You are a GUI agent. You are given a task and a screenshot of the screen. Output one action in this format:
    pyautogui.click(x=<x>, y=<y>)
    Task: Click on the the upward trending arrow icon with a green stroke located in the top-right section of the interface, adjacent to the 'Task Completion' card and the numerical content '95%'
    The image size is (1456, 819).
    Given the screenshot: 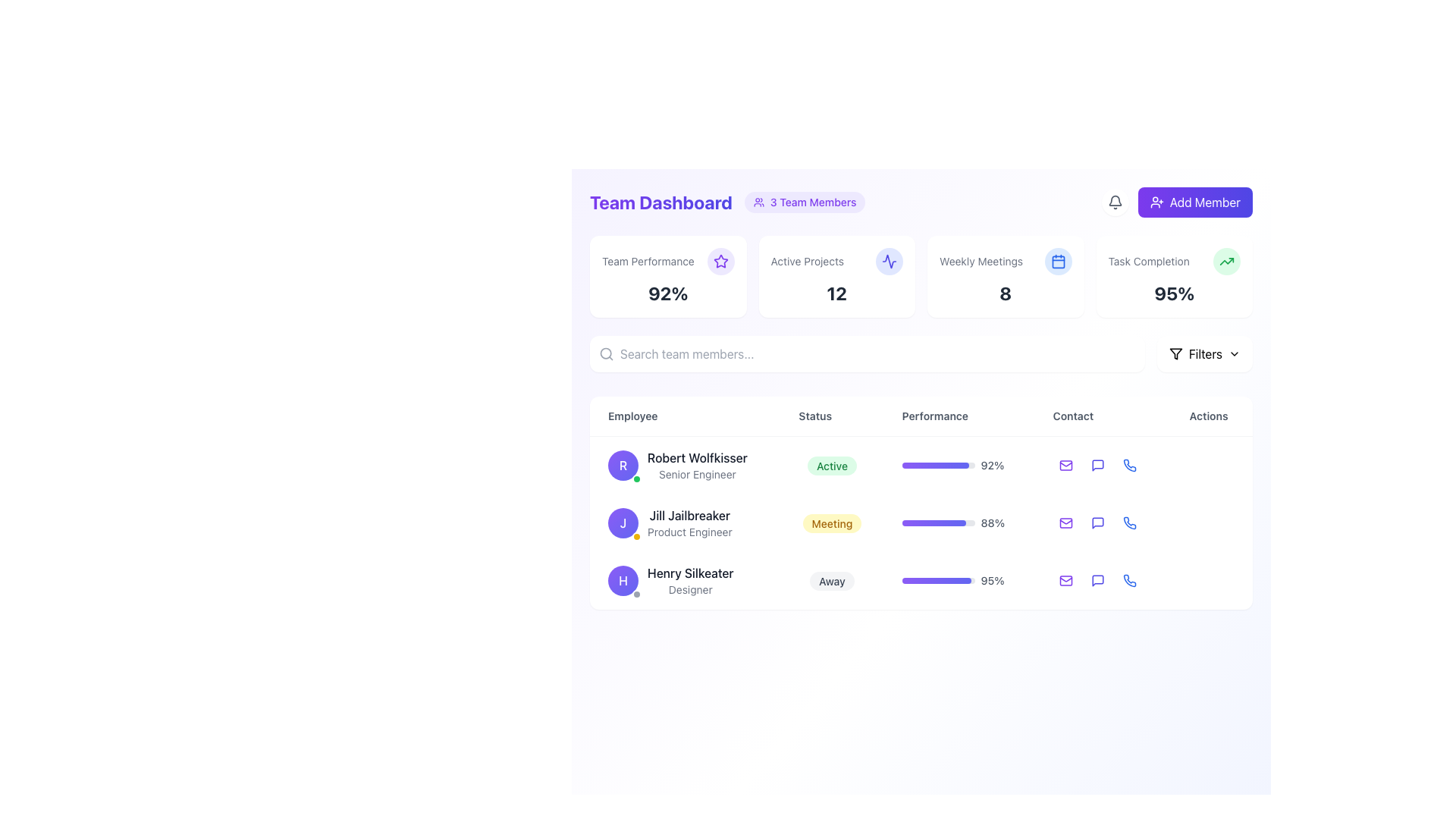 What is the action you would take?
    pyautogui.click(x=1226, y=260)
    